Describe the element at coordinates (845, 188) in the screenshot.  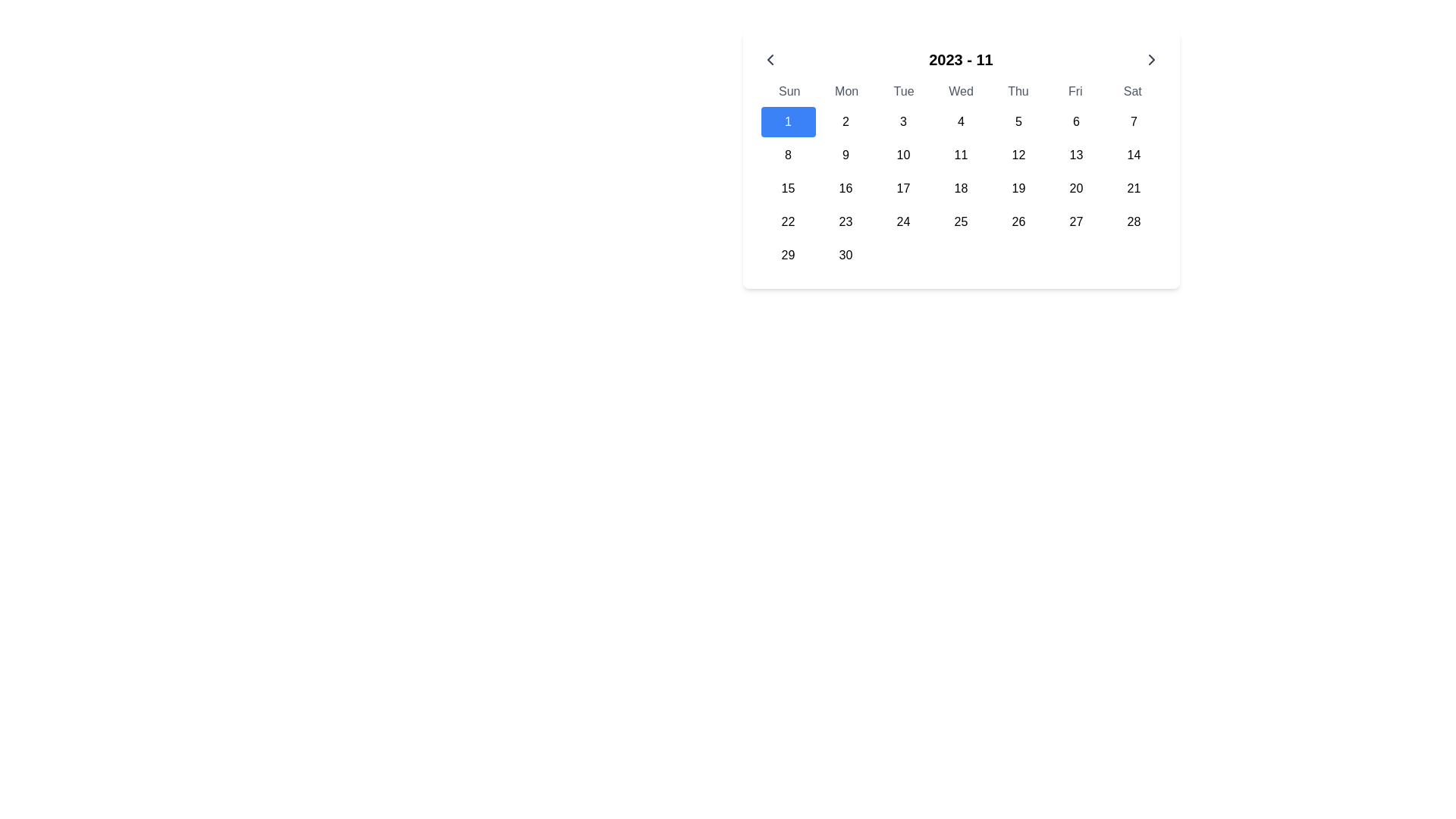
I see `the date '16' button in the calendar grid` at that location.